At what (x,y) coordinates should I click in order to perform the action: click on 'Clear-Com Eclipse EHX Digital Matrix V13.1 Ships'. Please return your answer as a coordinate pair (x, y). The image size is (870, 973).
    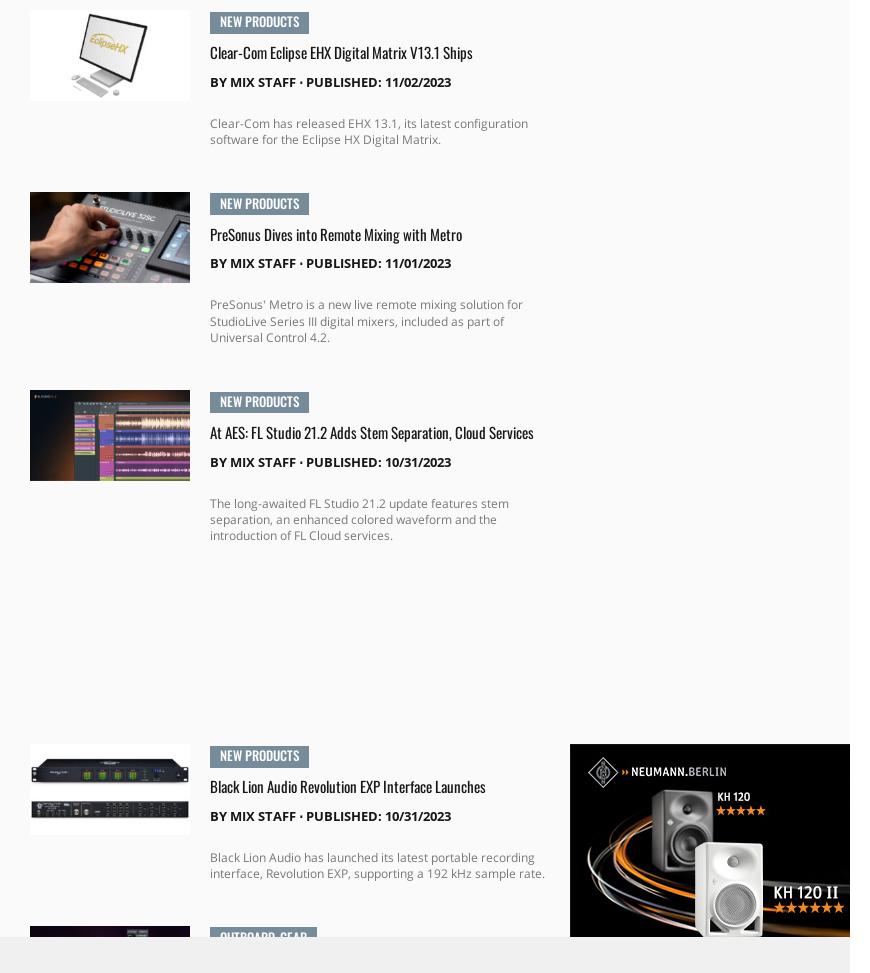
    Looking at the image, I should click on (340, 51).